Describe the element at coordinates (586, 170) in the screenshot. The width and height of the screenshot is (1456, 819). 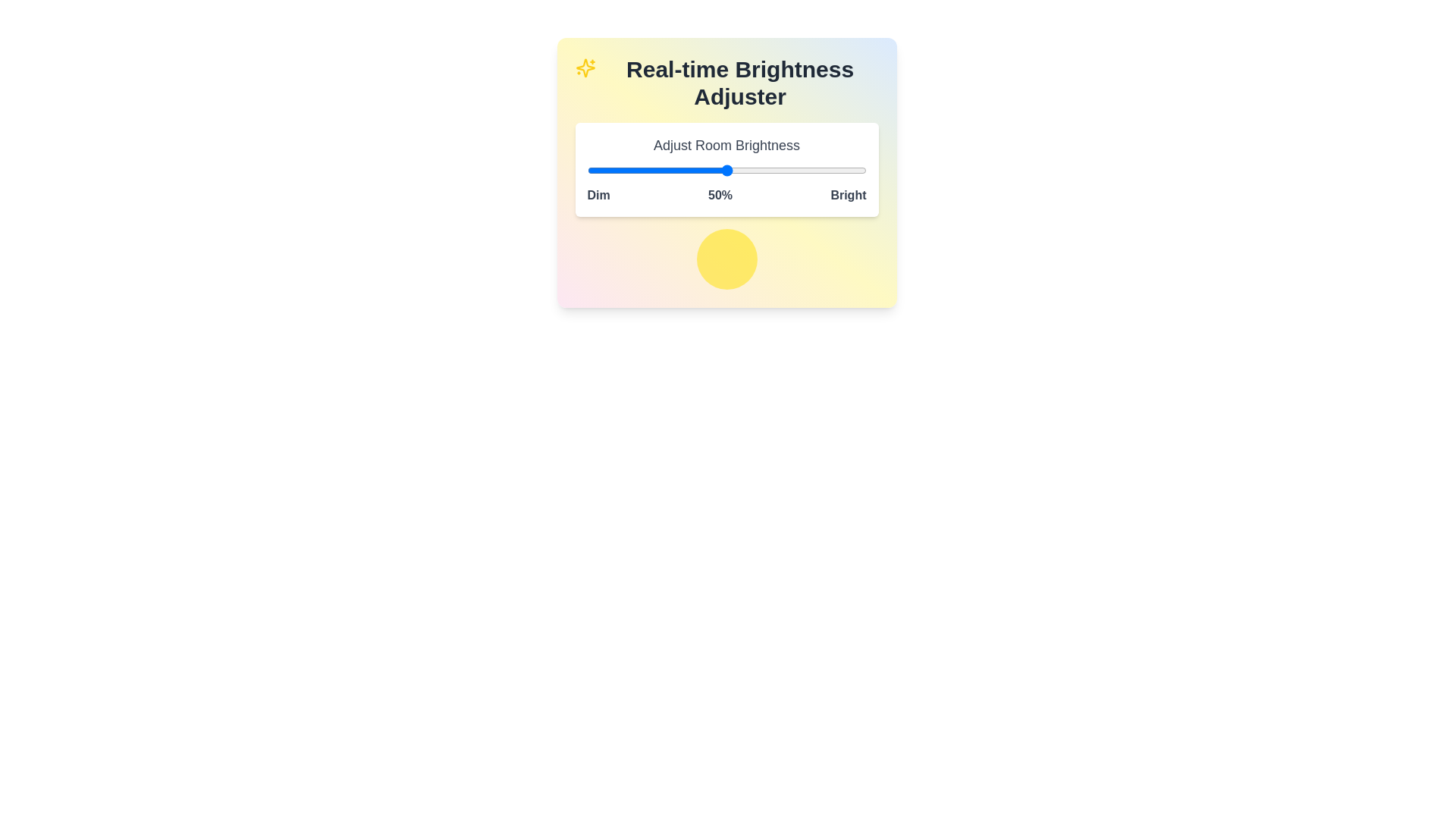
I see `the brightness slider to set the brightness level to 0%` at that location.